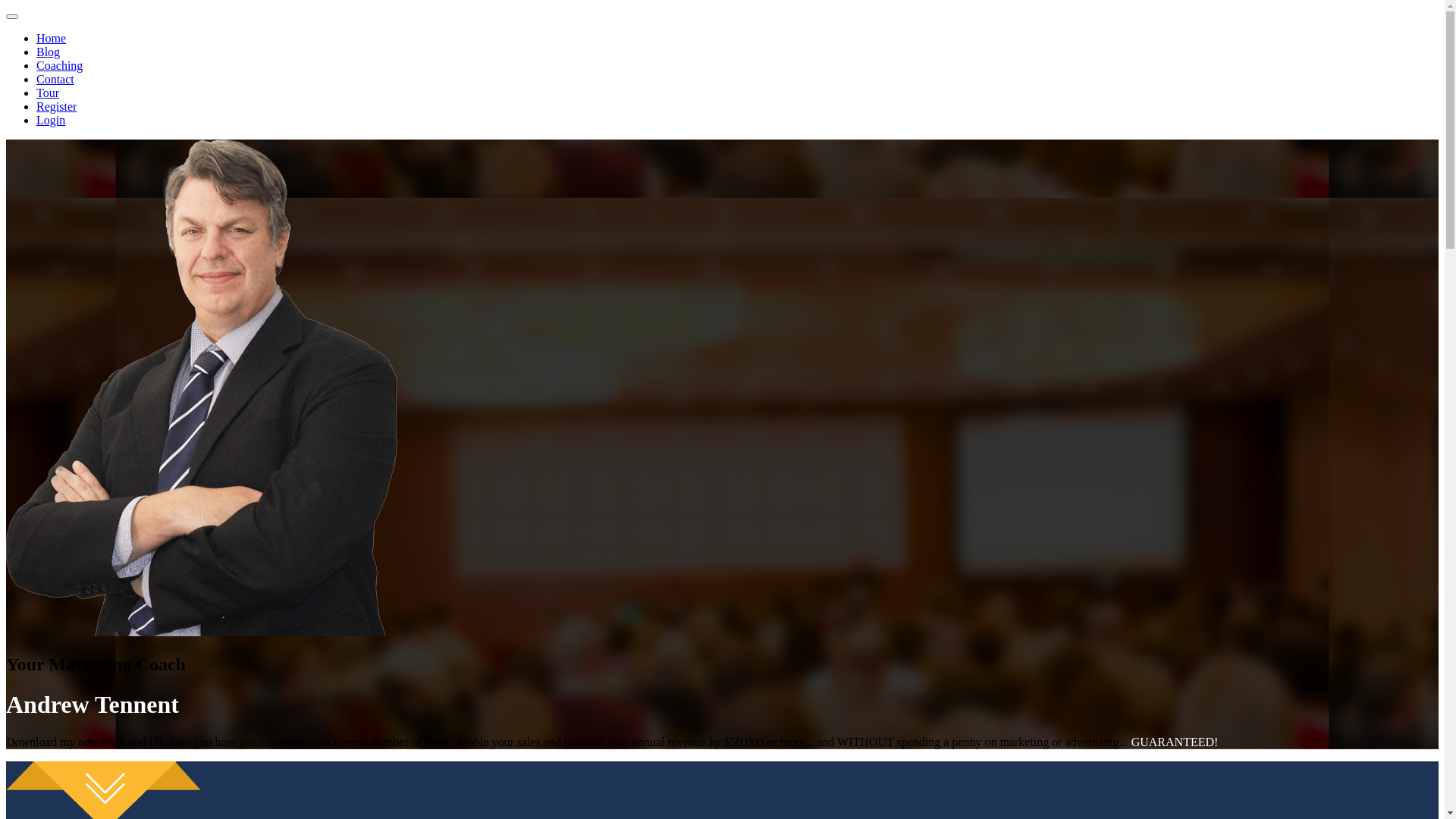 This screenshot has height=819, width=1456. What do you see at coordinates (59, 64) in the screenshot?
I see `'Coaching'` at bounding box center [59, 64].